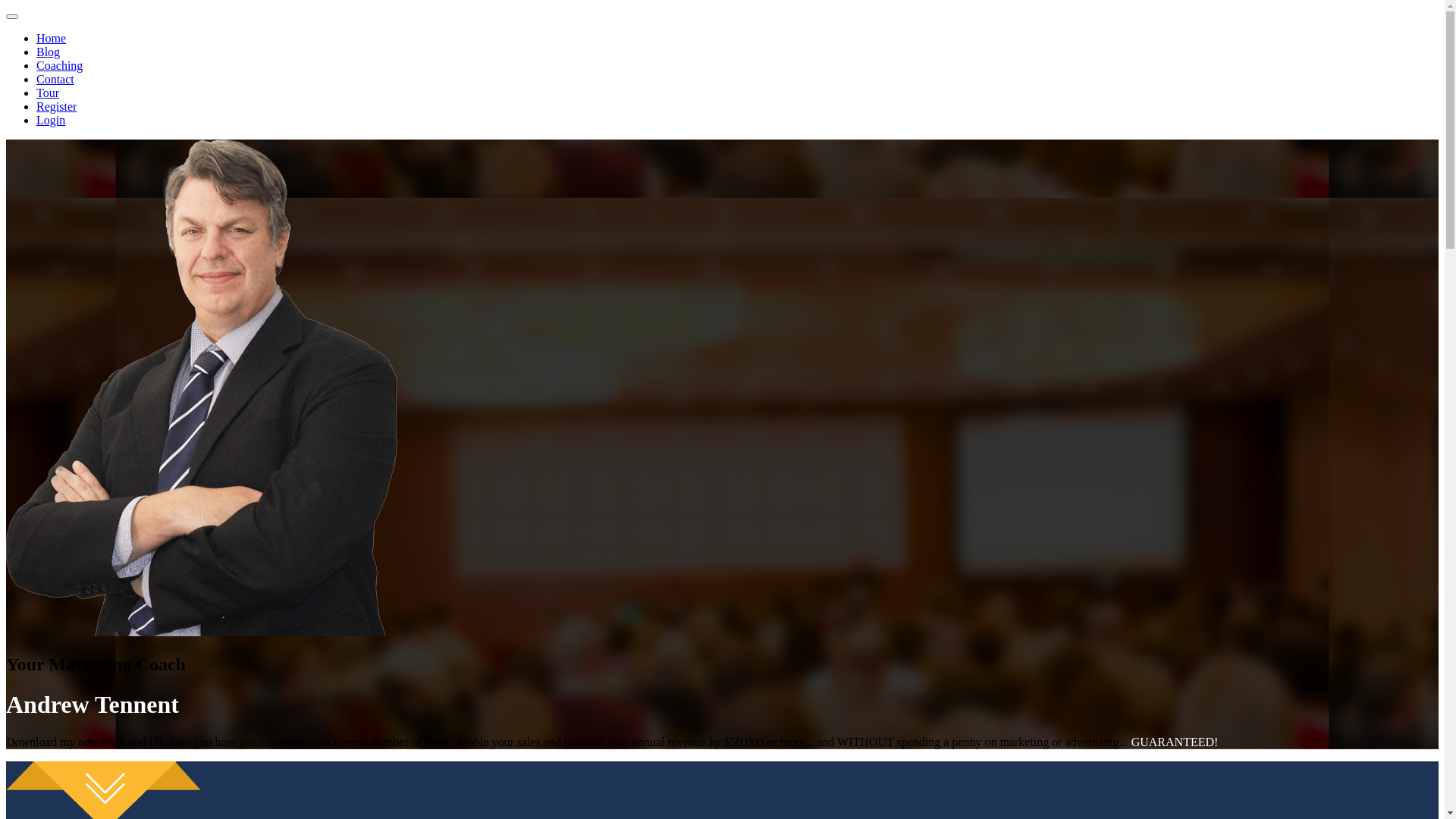 This screenshot has height=819, width=1456. What do you see at coordinates (59, 64) in the screenshot?
I see `'Coaching'` at bounding box center [59, 64].